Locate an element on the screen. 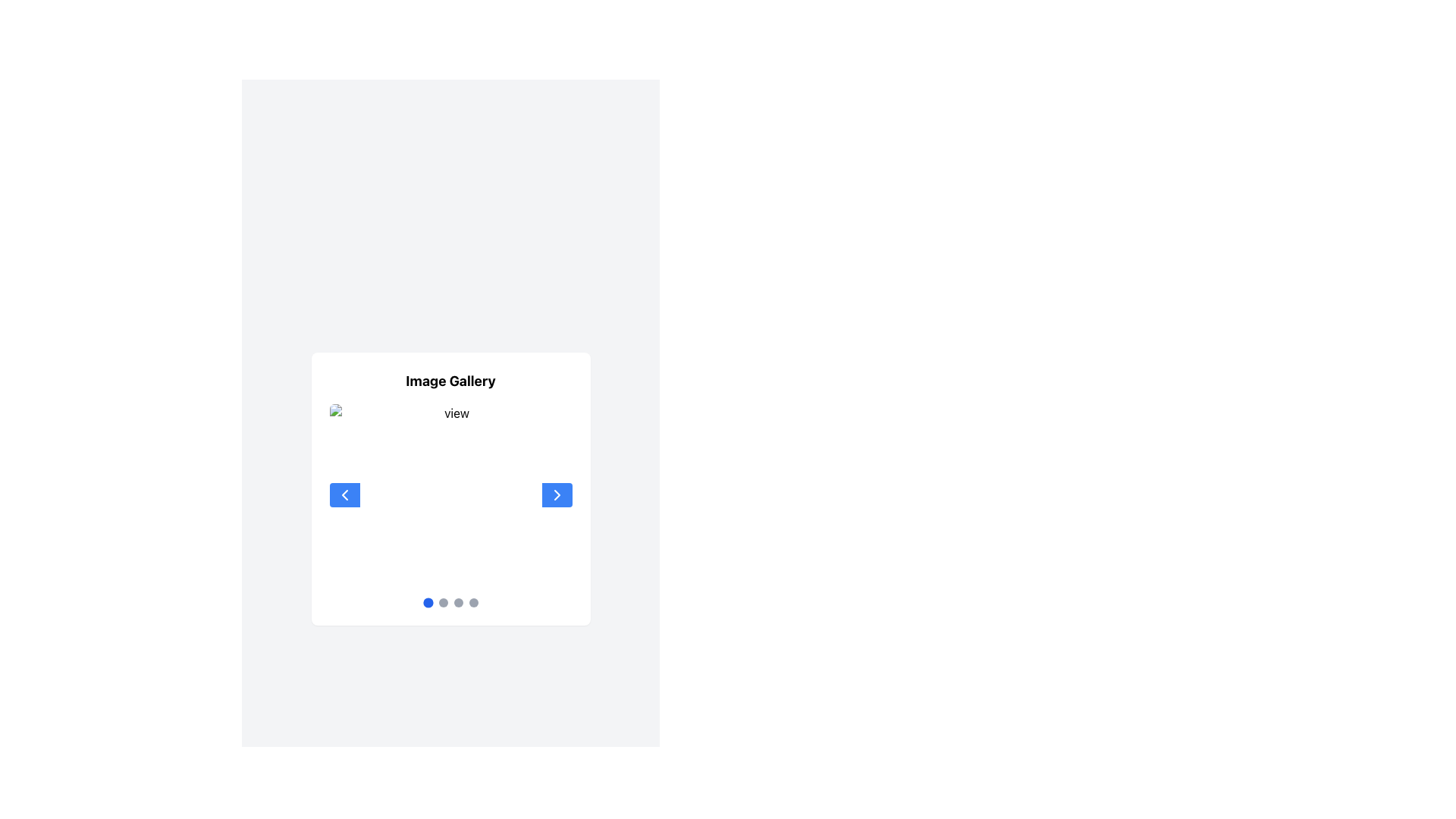 This screenshot has height=819, width=1456. the first blue circular carousel indicator located at the bottom-center of the white card interface to change the active carousel slide is located at coordinates (427, 601).